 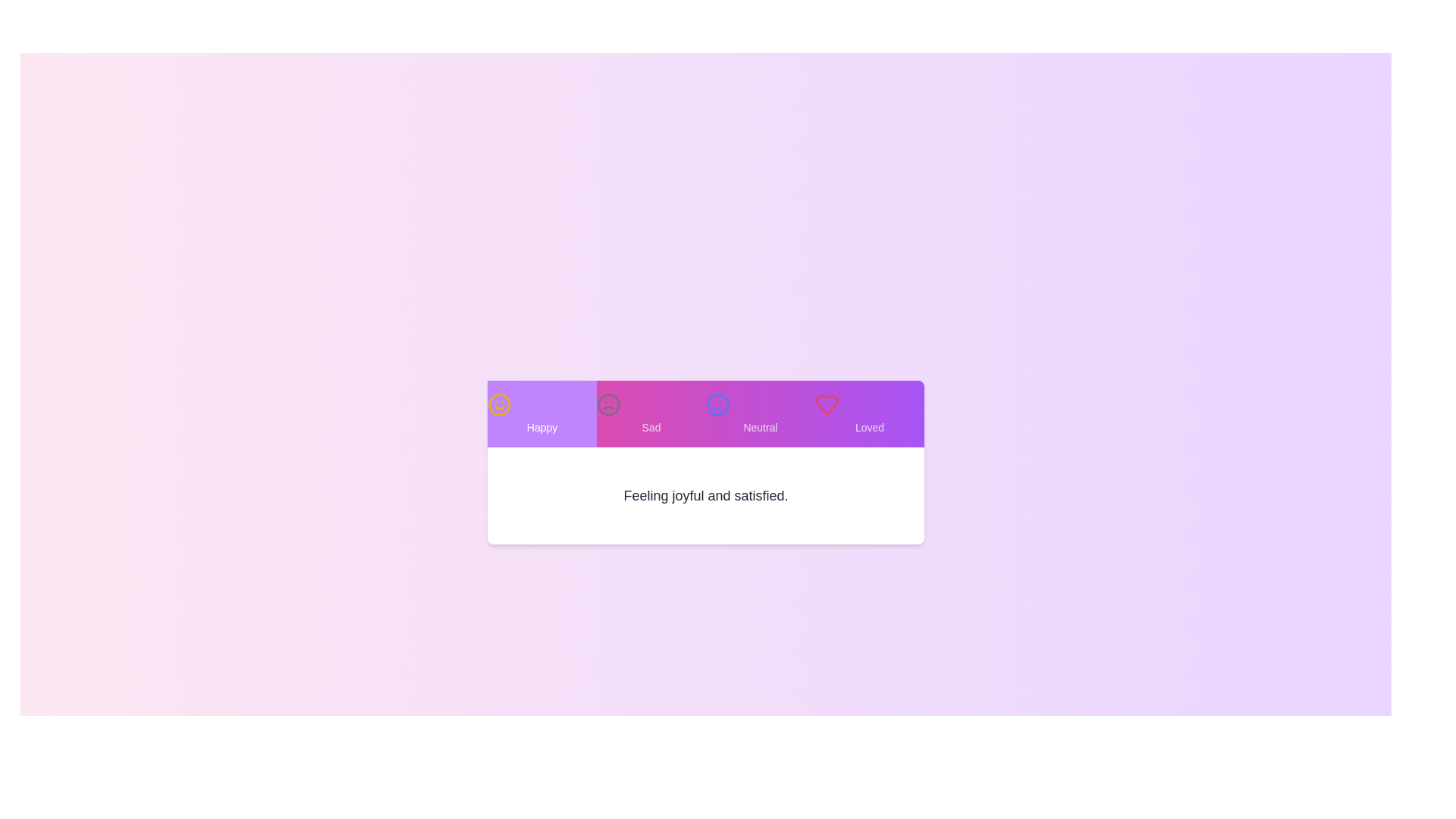 What do you see at coordinates (542, 414) in the screenshot?
I see `the mood button labeled Happy to select it` at bounding box center [542, 414].